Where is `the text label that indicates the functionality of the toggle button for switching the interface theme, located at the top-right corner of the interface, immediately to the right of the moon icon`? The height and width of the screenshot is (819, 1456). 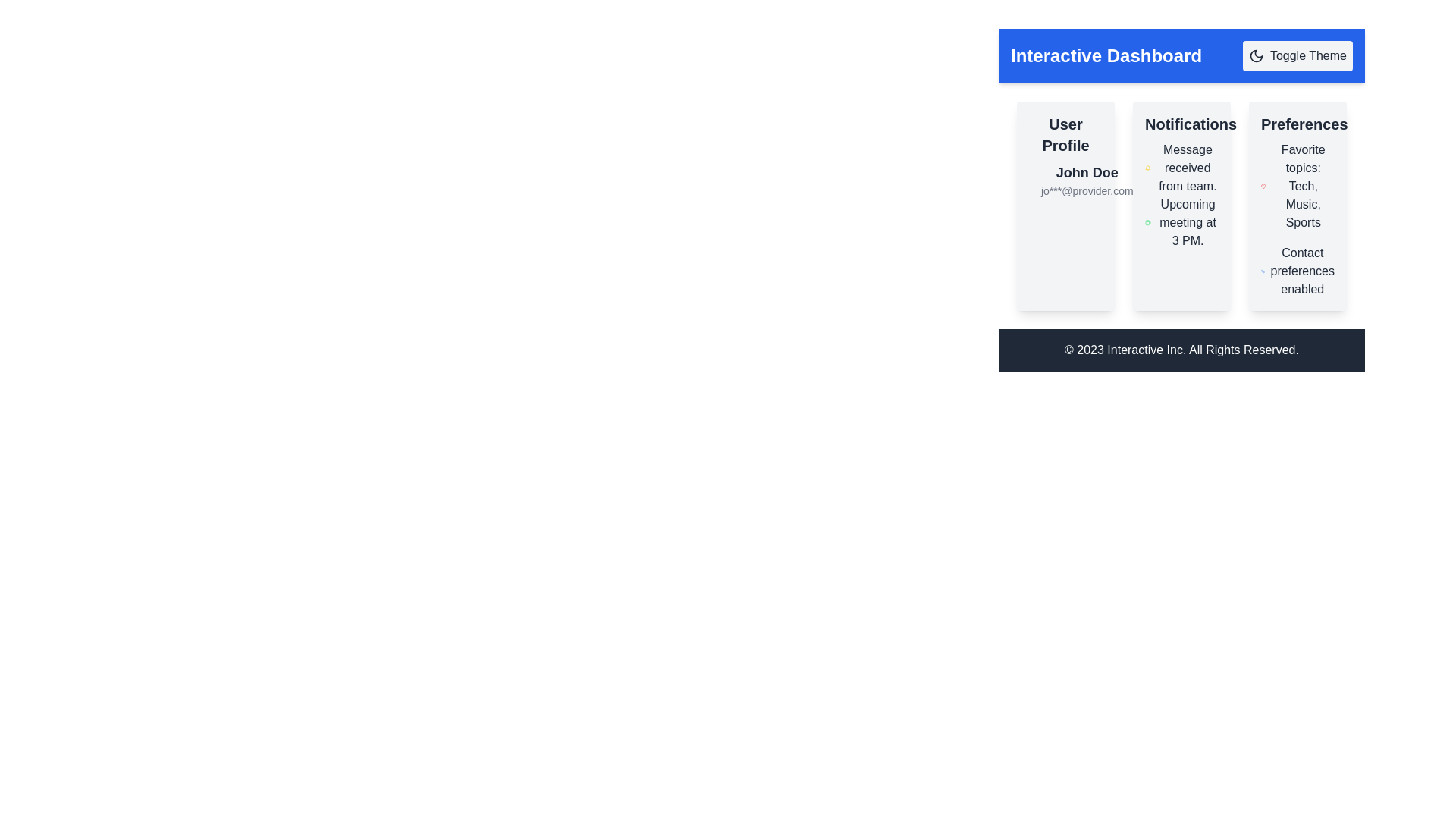 the text label that indicates the functionality of the toggle button for switching the interface theme, located at the top-right corner of the interface, immediately to the right of the moon icon is located at coordinates (1307, 55).